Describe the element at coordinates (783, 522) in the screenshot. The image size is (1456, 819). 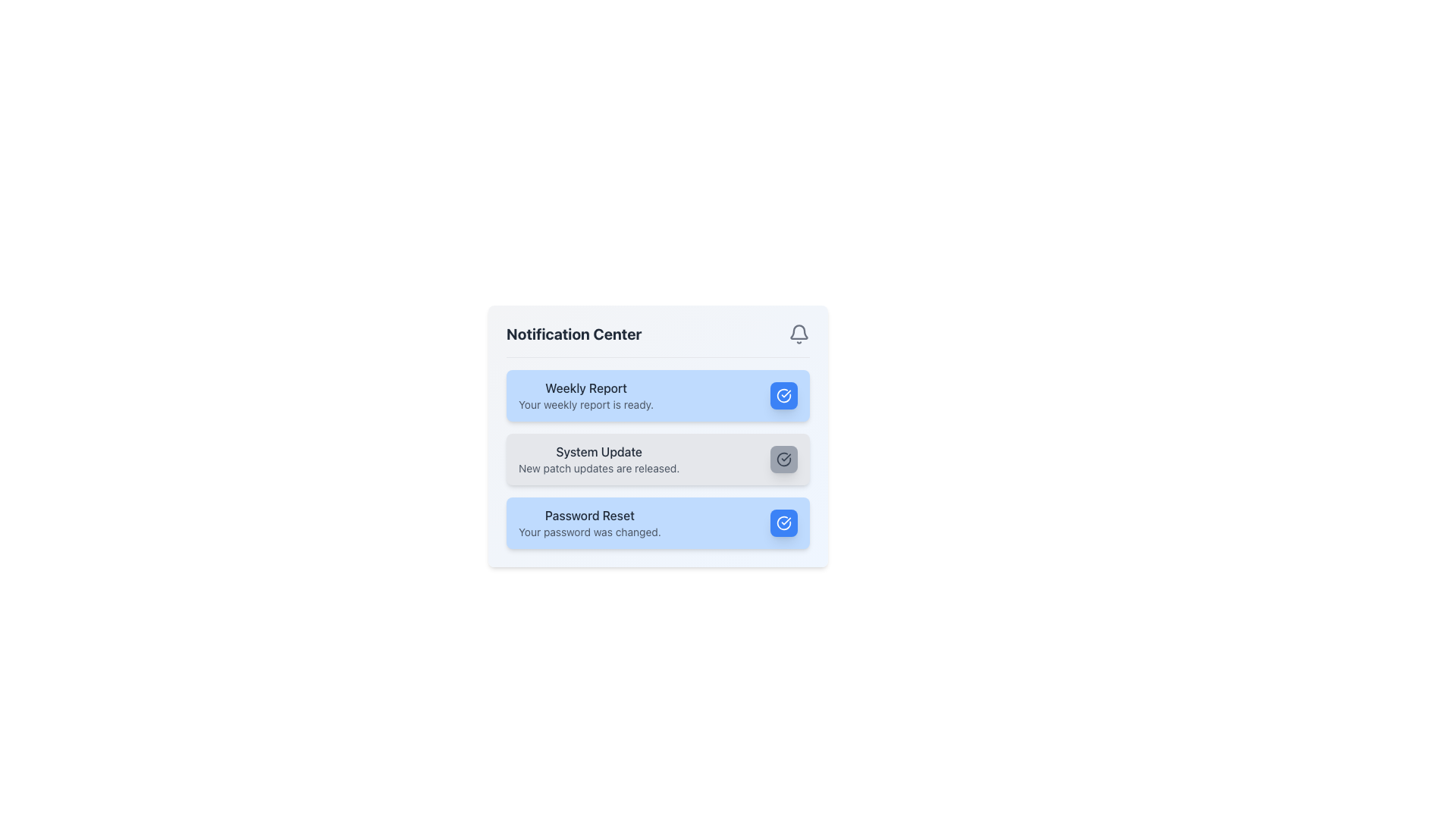
I see `the circular checkmark icon with a blue background inside the 'Password Reset' notification box to confirm the notification` at that location.